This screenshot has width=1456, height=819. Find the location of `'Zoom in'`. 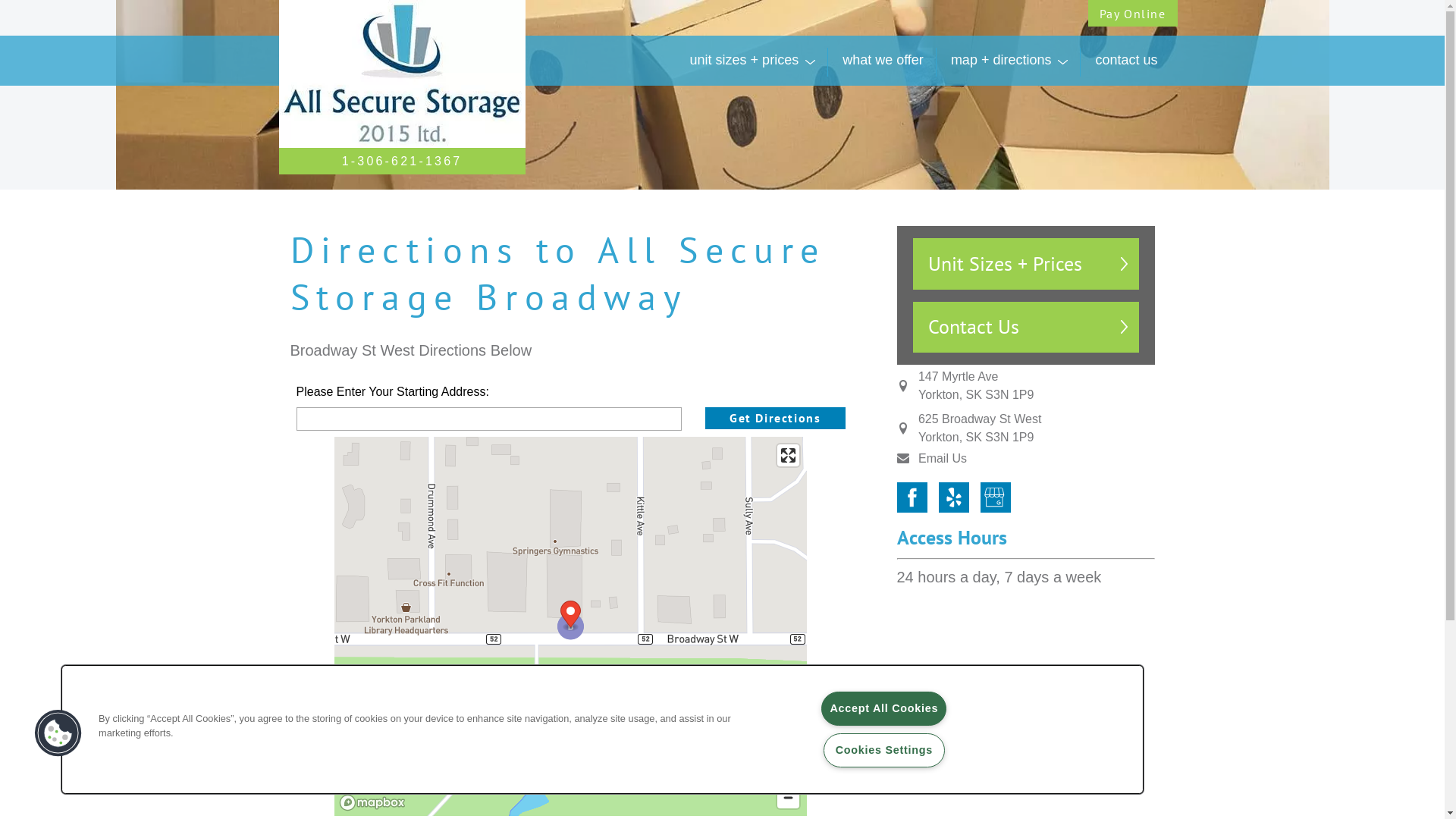

'Zoom in' is located at coordinates (777, 775).